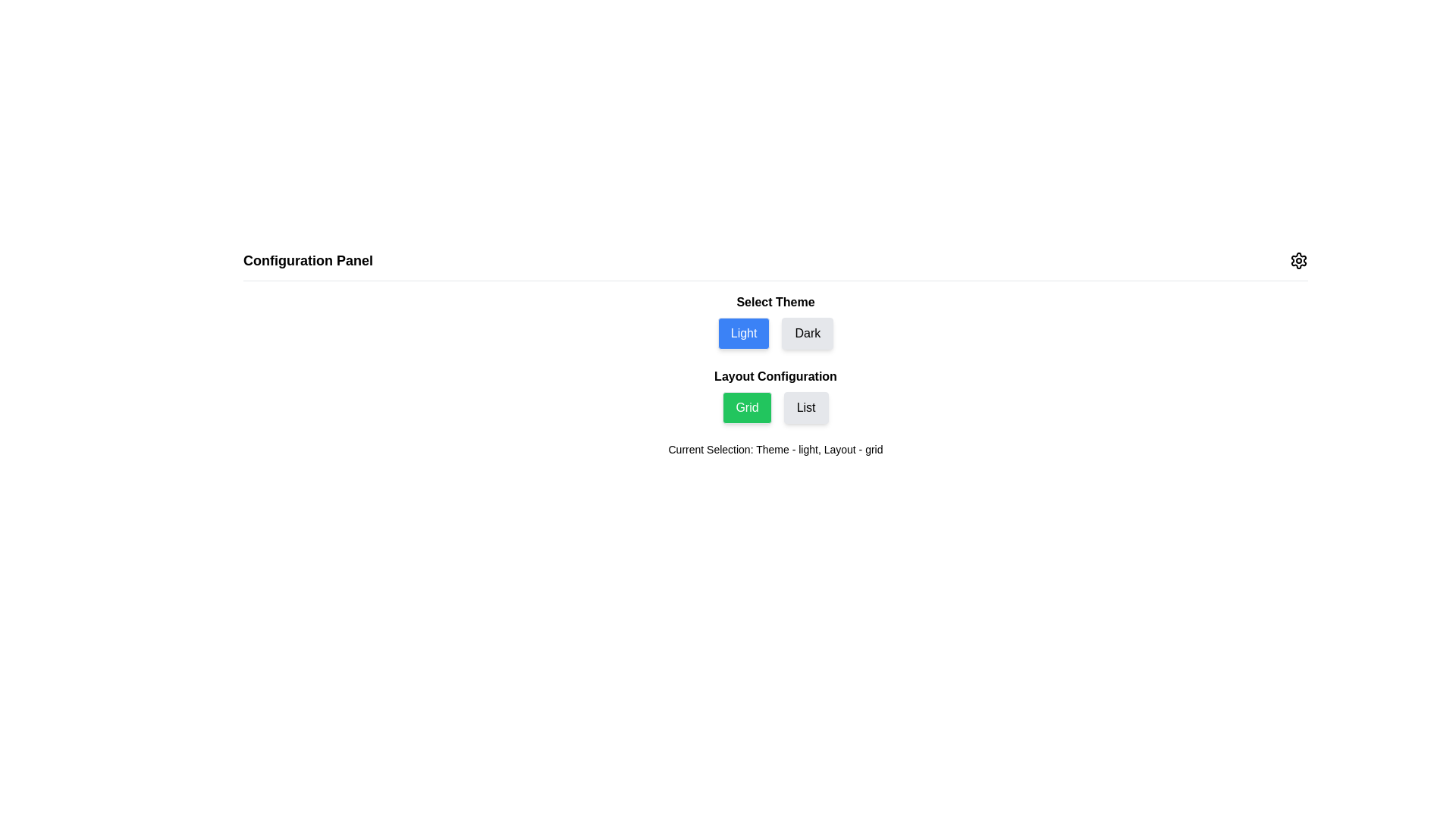 The image size is (1456, 819). What do you see at coordinates (775, 321) in the screenshot?
I see `the 'Select Theme' section header with buttons, which includes the title 'Select Theme' and buttons labeled 'Light' and 'Dark'` at bounding box center [775, 321].